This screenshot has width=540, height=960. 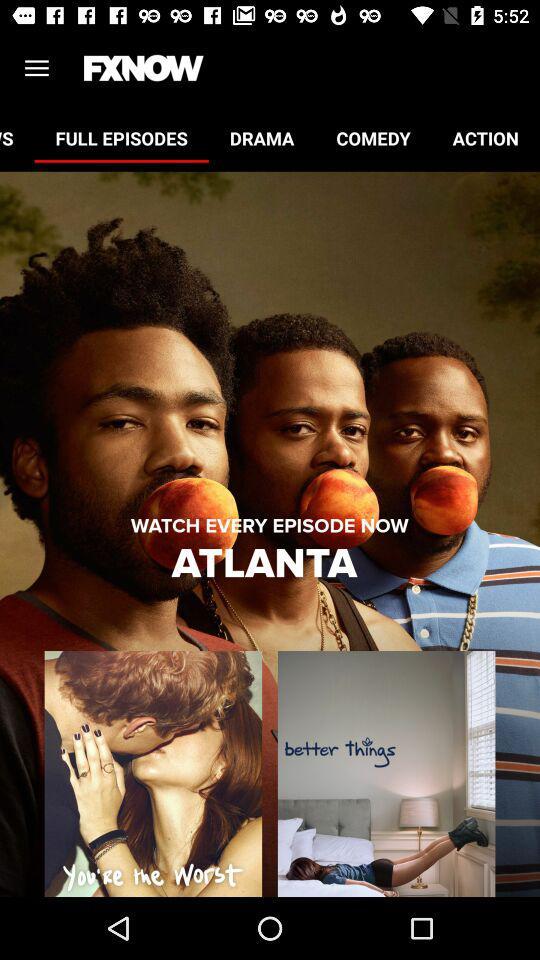 I want to click on the icon next to full episodes item, so click(x=16, y=137).